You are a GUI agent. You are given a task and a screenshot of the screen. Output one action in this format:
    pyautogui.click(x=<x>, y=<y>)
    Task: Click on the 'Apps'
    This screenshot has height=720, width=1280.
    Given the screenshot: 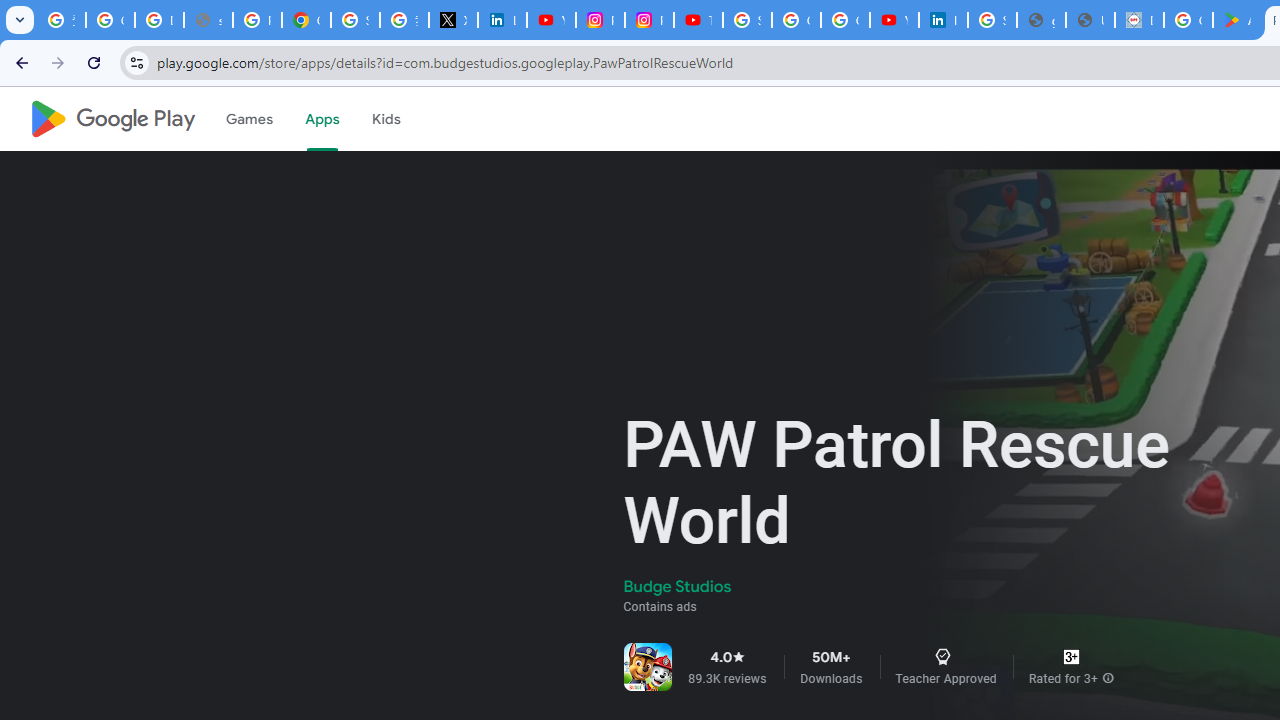 What is the action you would take?
    pyautogui.click(x=321, y=119)
    